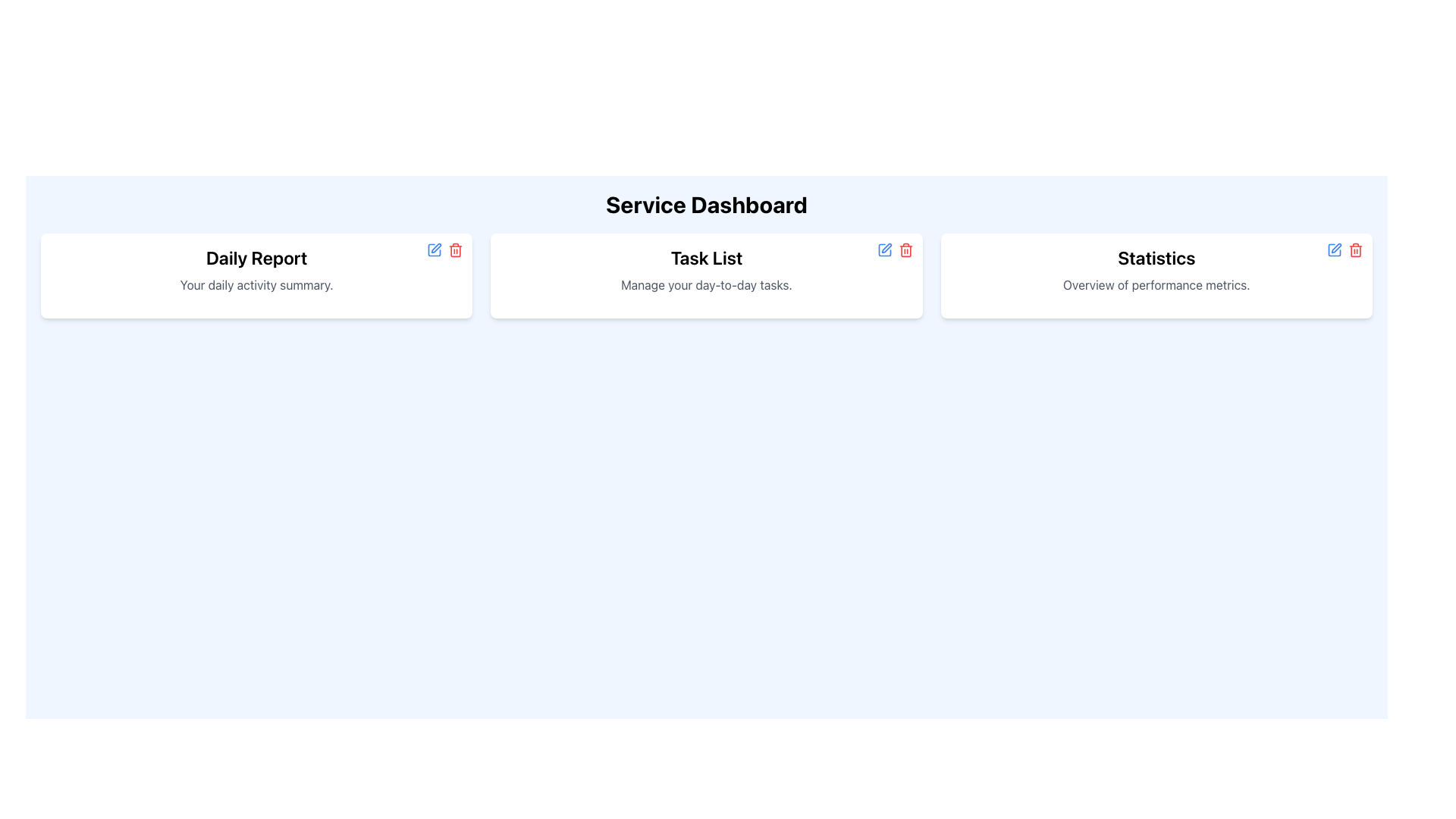 Image resolution: width=1456 pixels, height=819 pixels. I want to click on the delete button located at the top-right corner of the 'Daily Report' card, so click(455, 249).